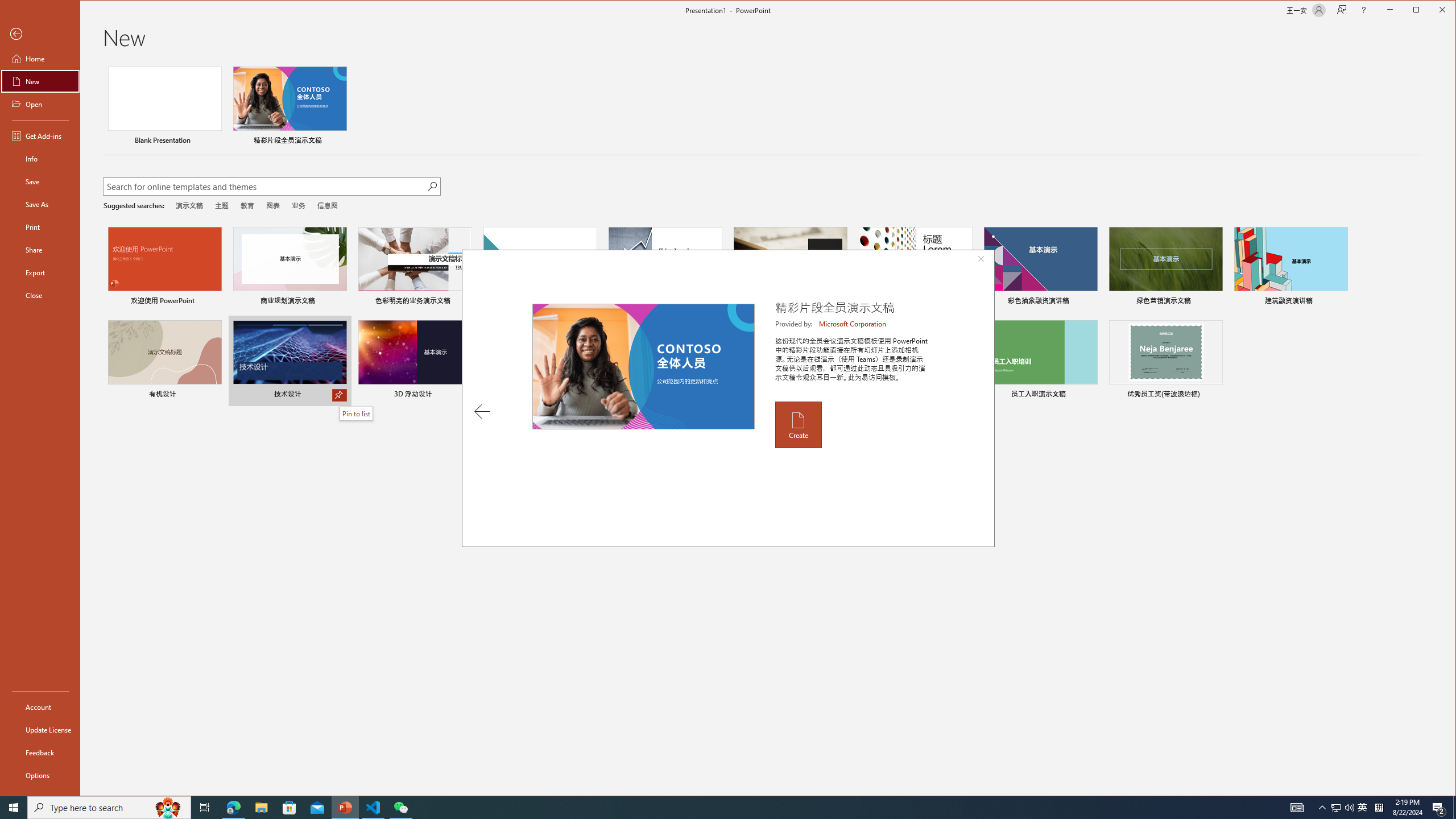 The image size is (1456, 819). Describe the element at coordinates (39, 272) in the screenshot. I see `'Export'` at that location.